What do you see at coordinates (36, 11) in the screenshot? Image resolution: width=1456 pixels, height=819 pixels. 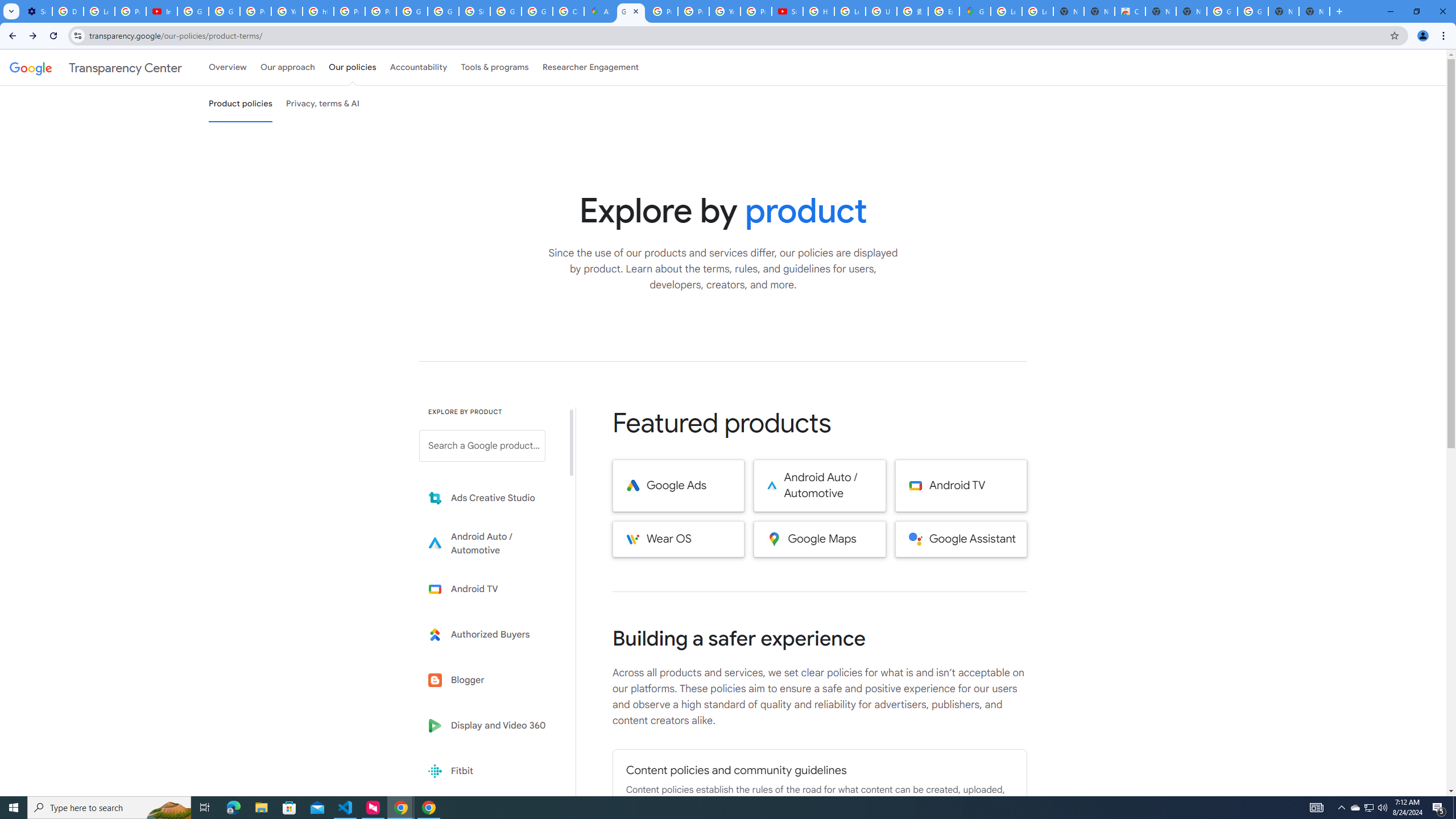 I see `'Settings - Performance'` at bounding box center [36, 11].